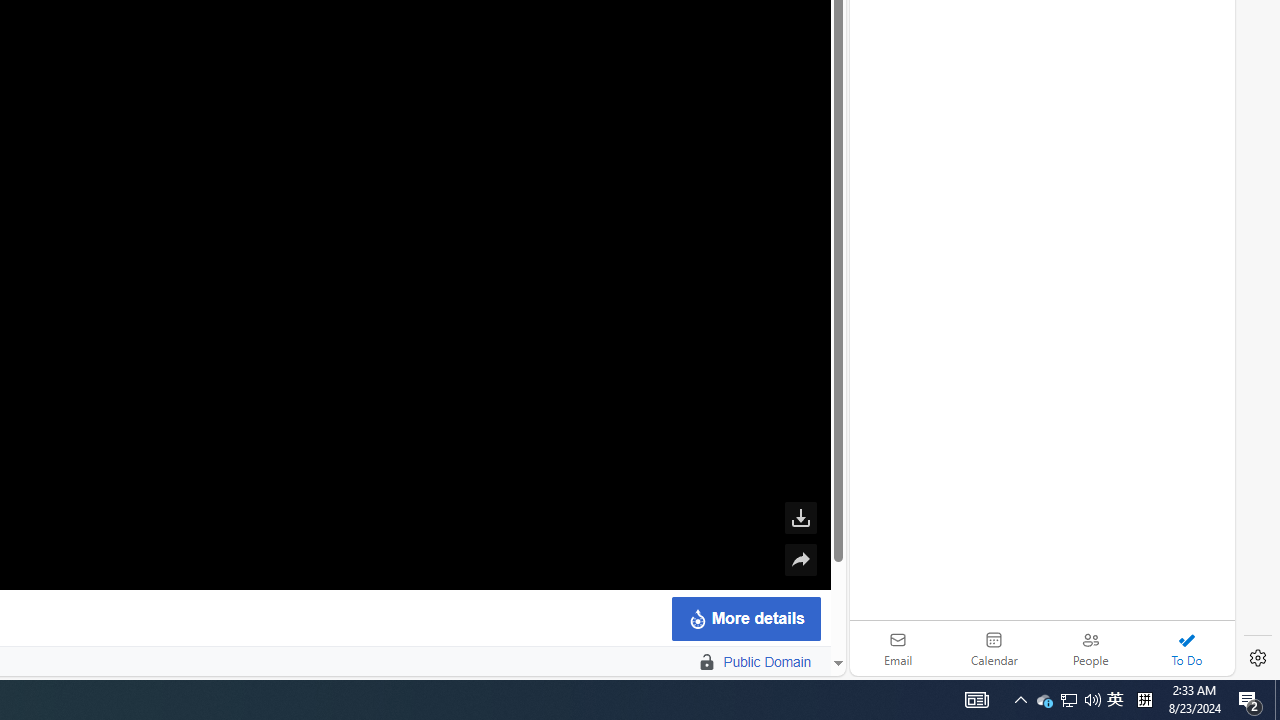  What do you see at coordinates (897, 648) in the screenshot?
I see `'Email'` at bounding box center [897, 648].